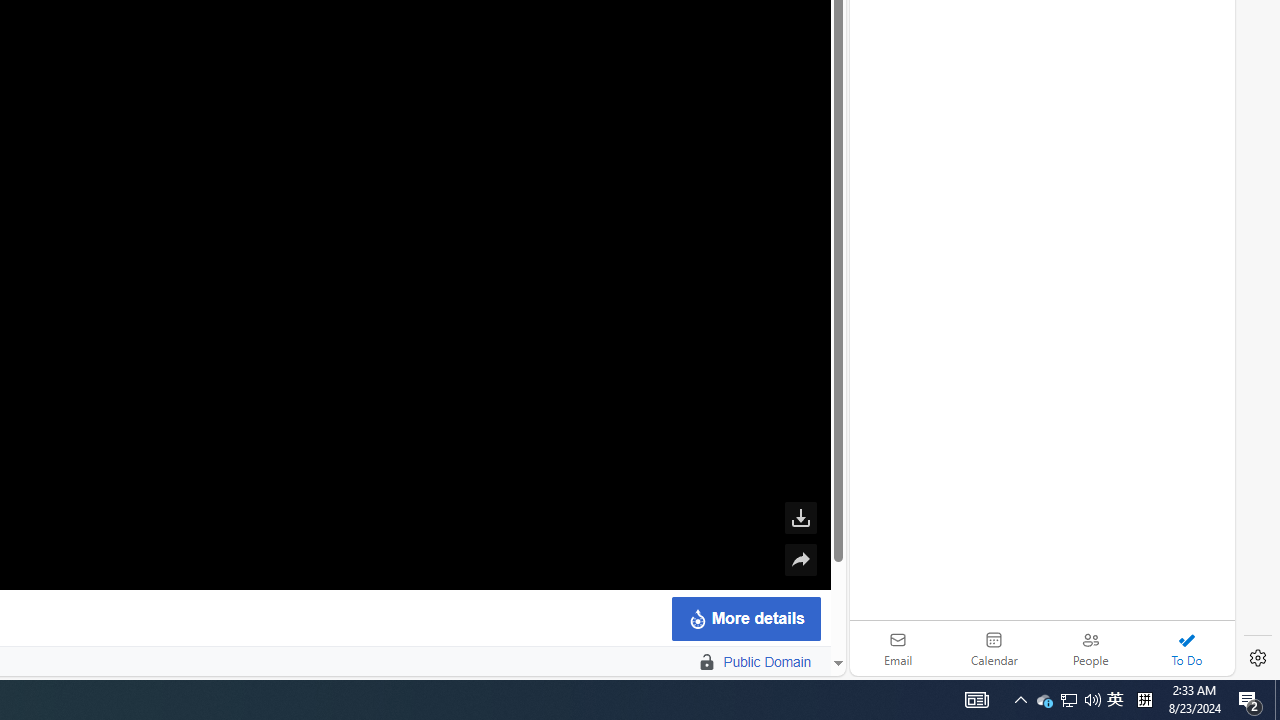  What do you see at coordinates (897, 648) in the screenshot?
I see `'Email'` at bounding box center [897, 648].